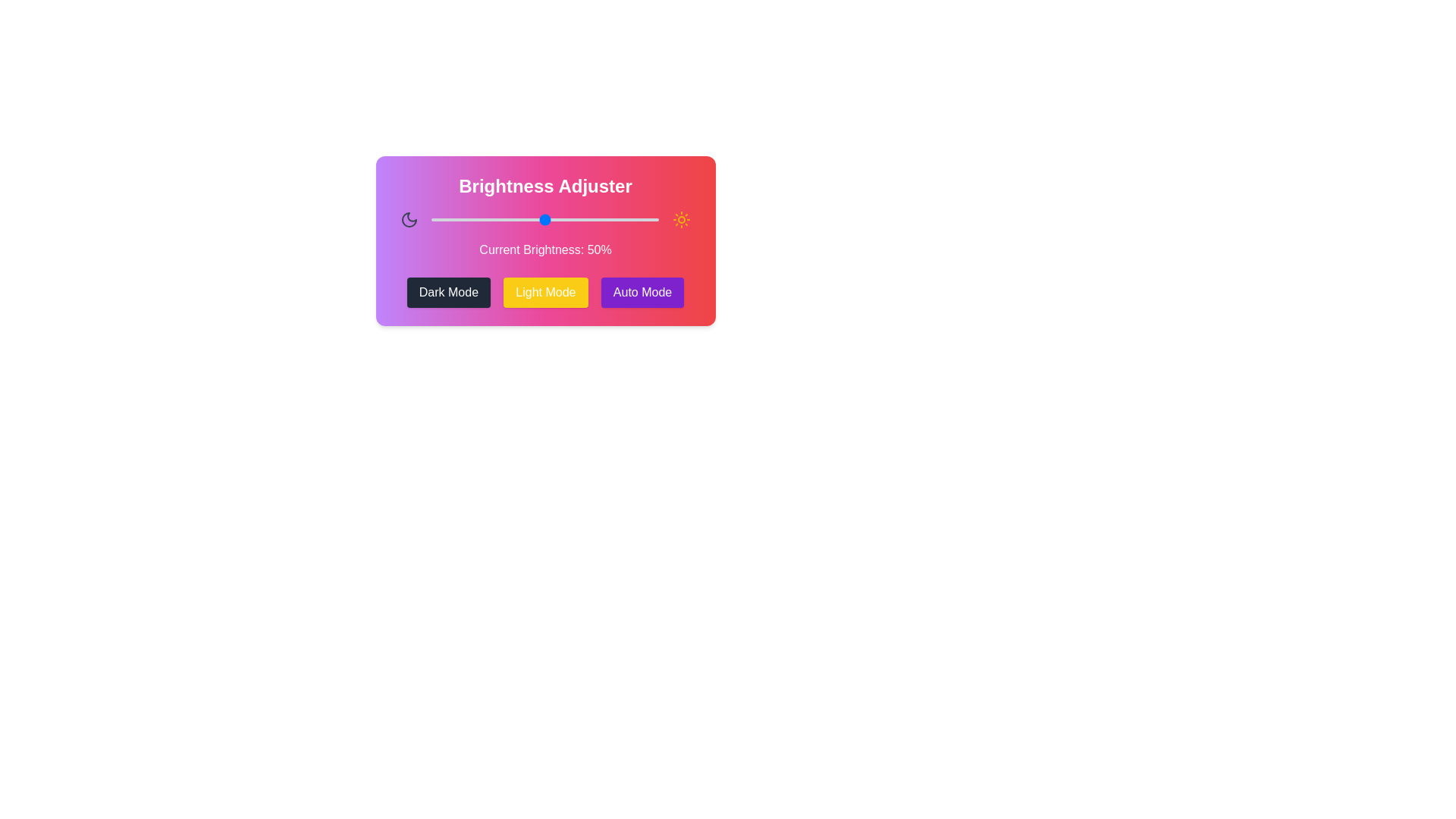 The width and height of the screenshot is (1456, 819). What do you see at coordinates (518, 219) in the screenshot?
I see `the brightness to 38% by dragging the slider handle` at bounding box center [518, 219].